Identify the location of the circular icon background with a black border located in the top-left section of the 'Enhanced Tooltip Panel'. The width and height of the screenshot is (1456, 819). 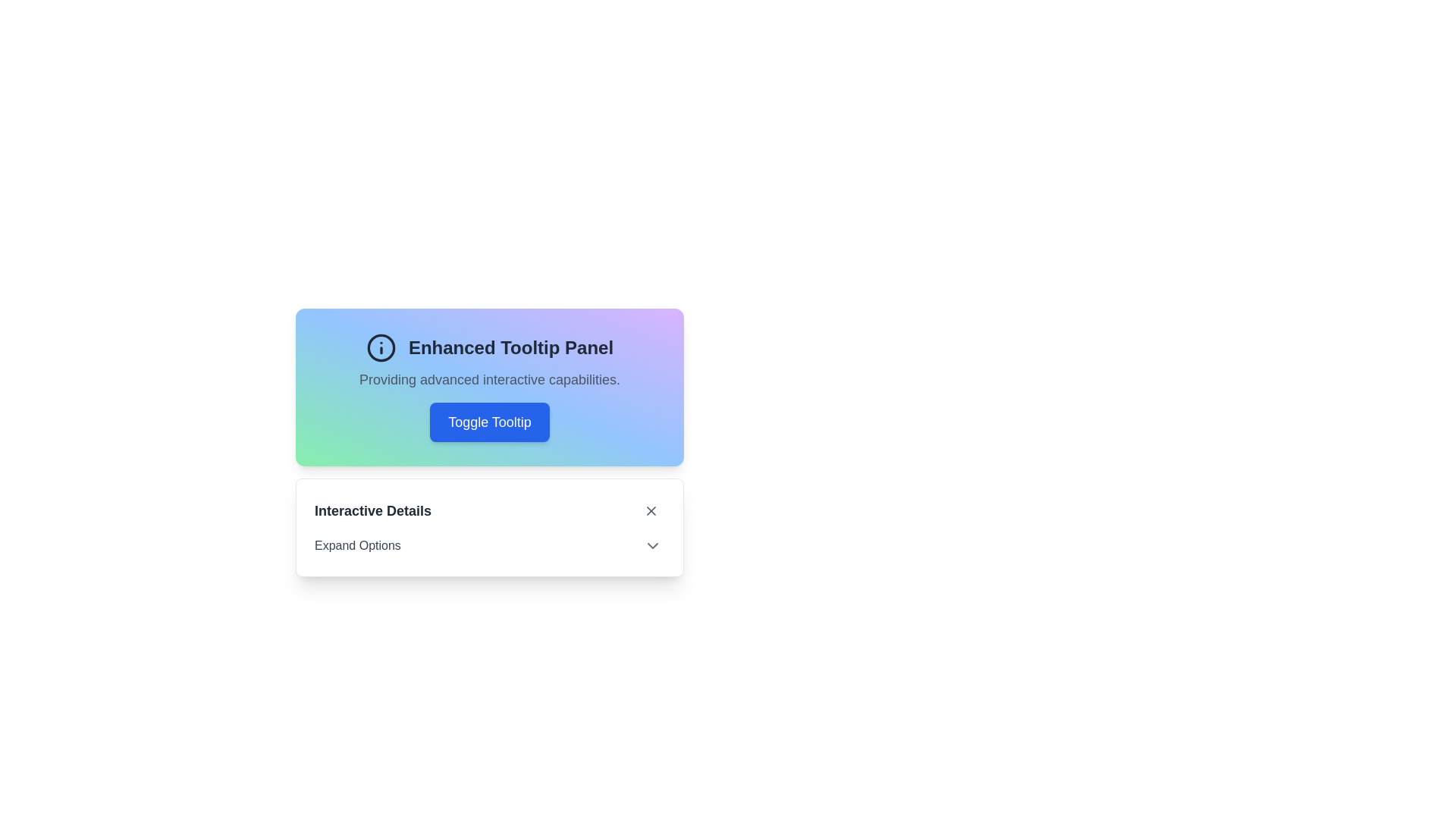
(381, 348).